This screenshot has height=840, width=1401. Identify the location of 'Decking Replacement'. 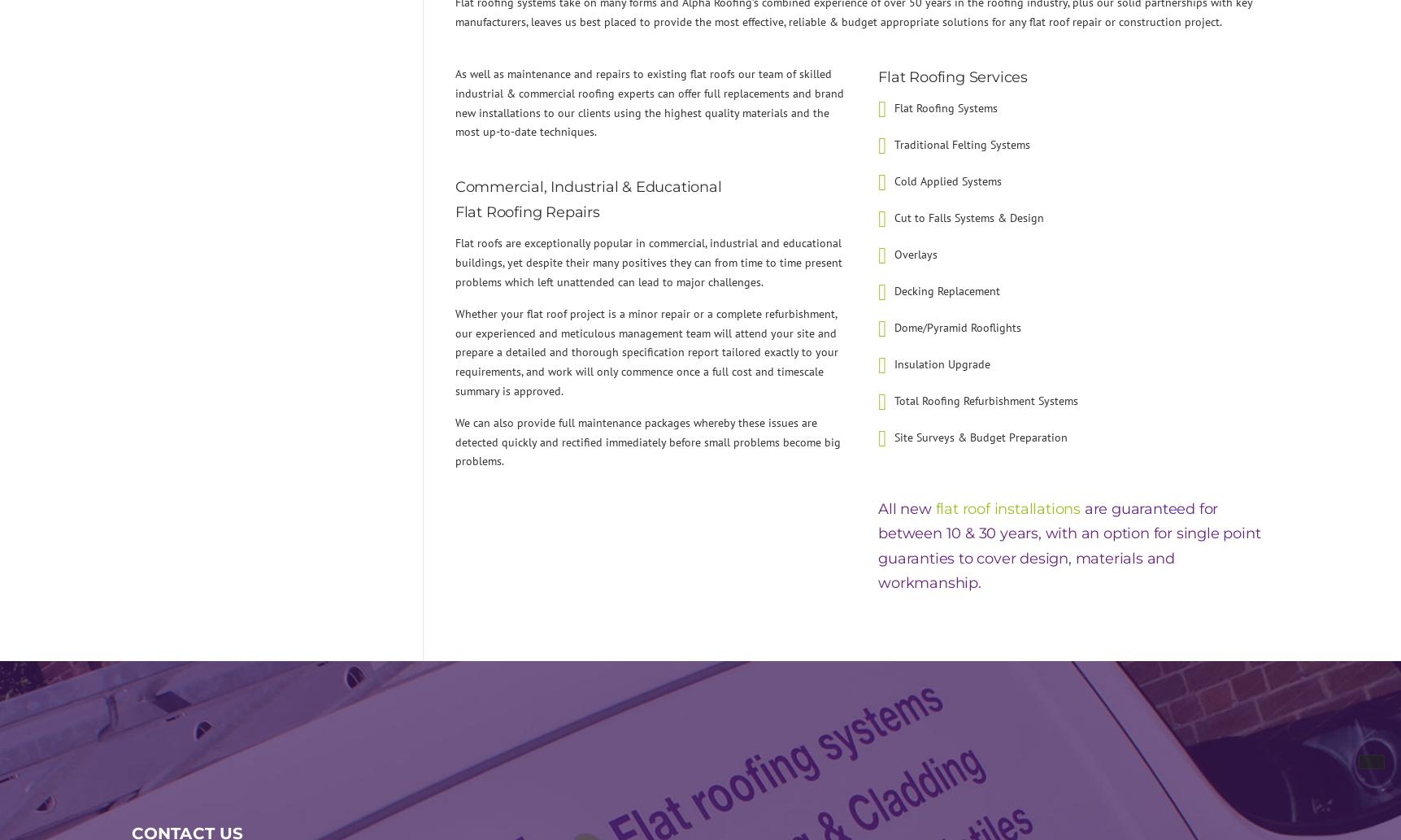
(946, 290).